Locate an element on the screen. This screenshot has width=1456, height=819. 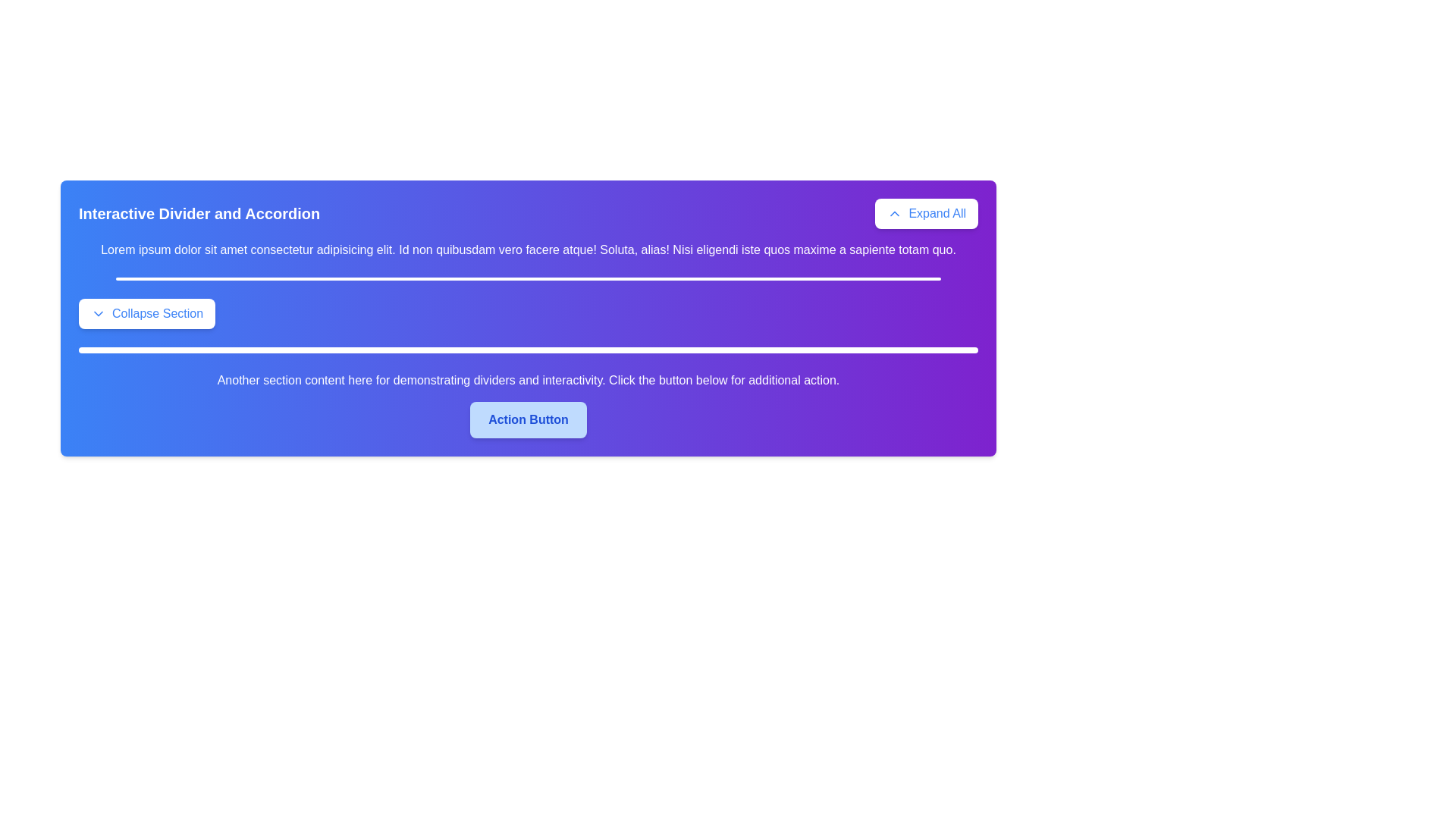
the chevron icon that indicates the collapsibility of the associated section to interact with the button's functionality is located at coordinates (97, 312).